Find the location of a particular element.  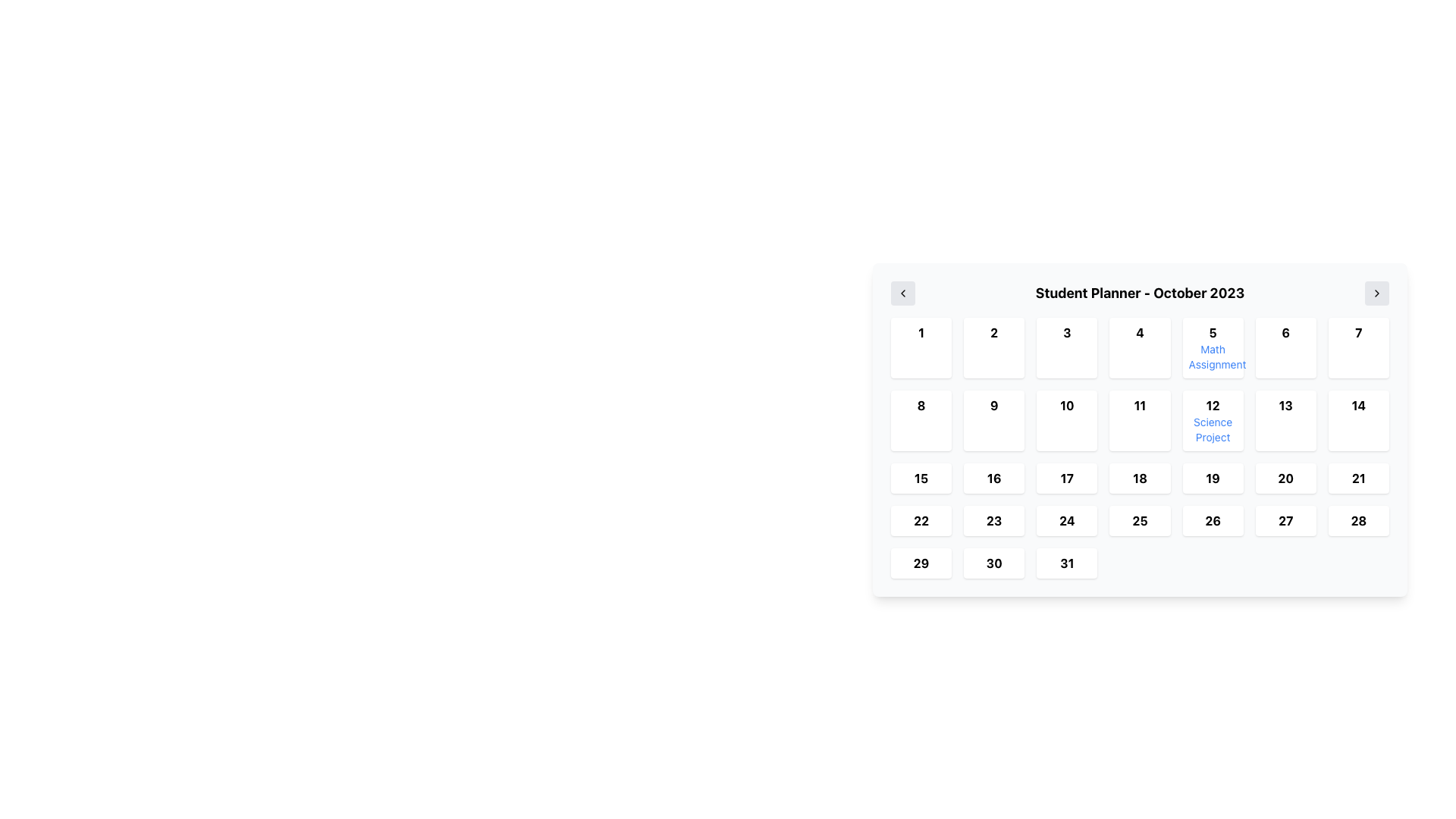

the button-like UI element representing the calendar date '24' located is located at coordinates (1066, 519).